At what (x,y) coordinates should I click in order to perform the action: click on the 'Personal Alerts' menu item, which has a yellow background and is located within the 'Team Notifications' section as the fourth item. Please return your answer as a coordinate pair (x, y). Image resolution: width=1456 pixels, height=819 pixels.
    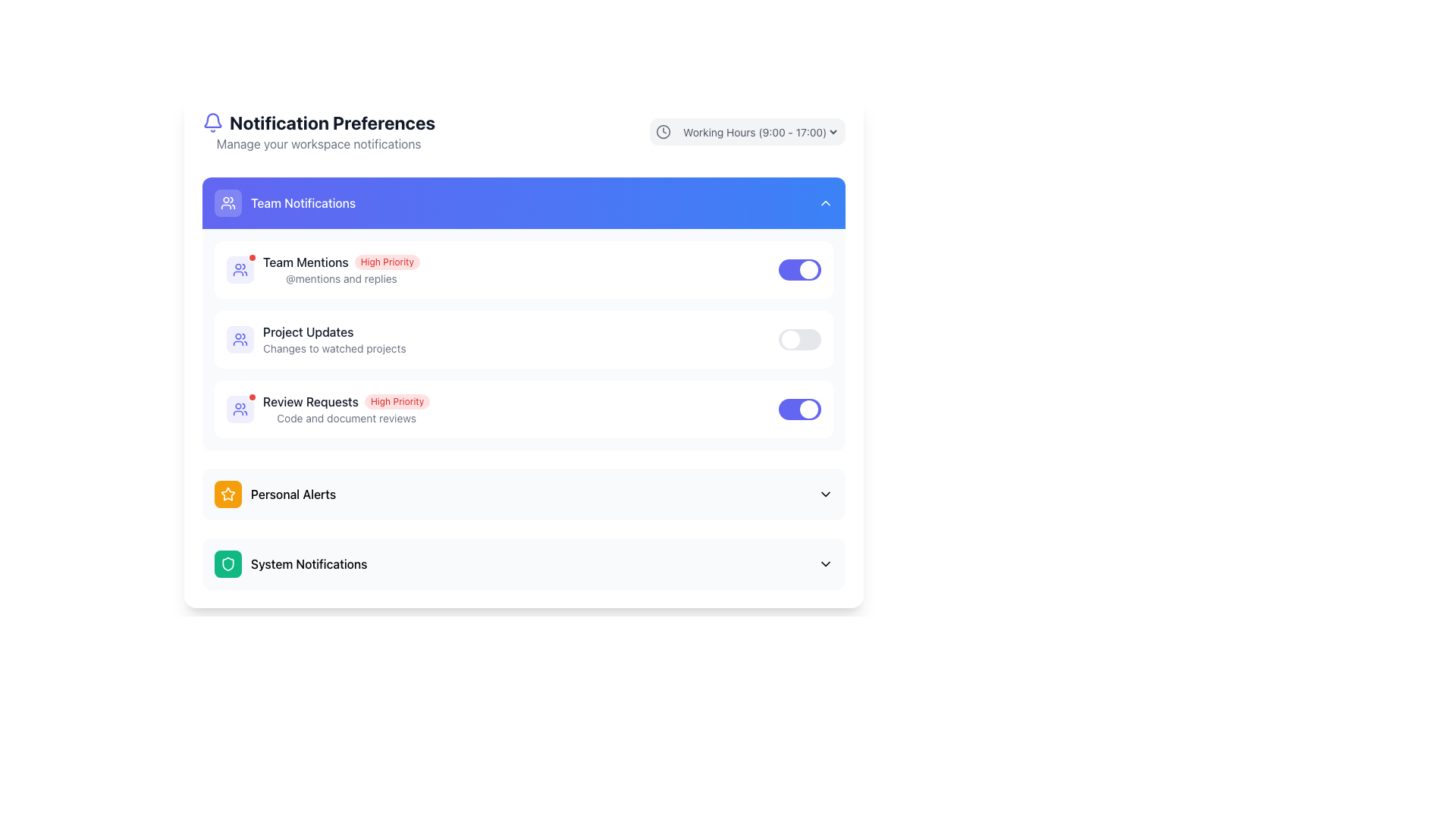
    Looking at the image, I should click on (275, 494).